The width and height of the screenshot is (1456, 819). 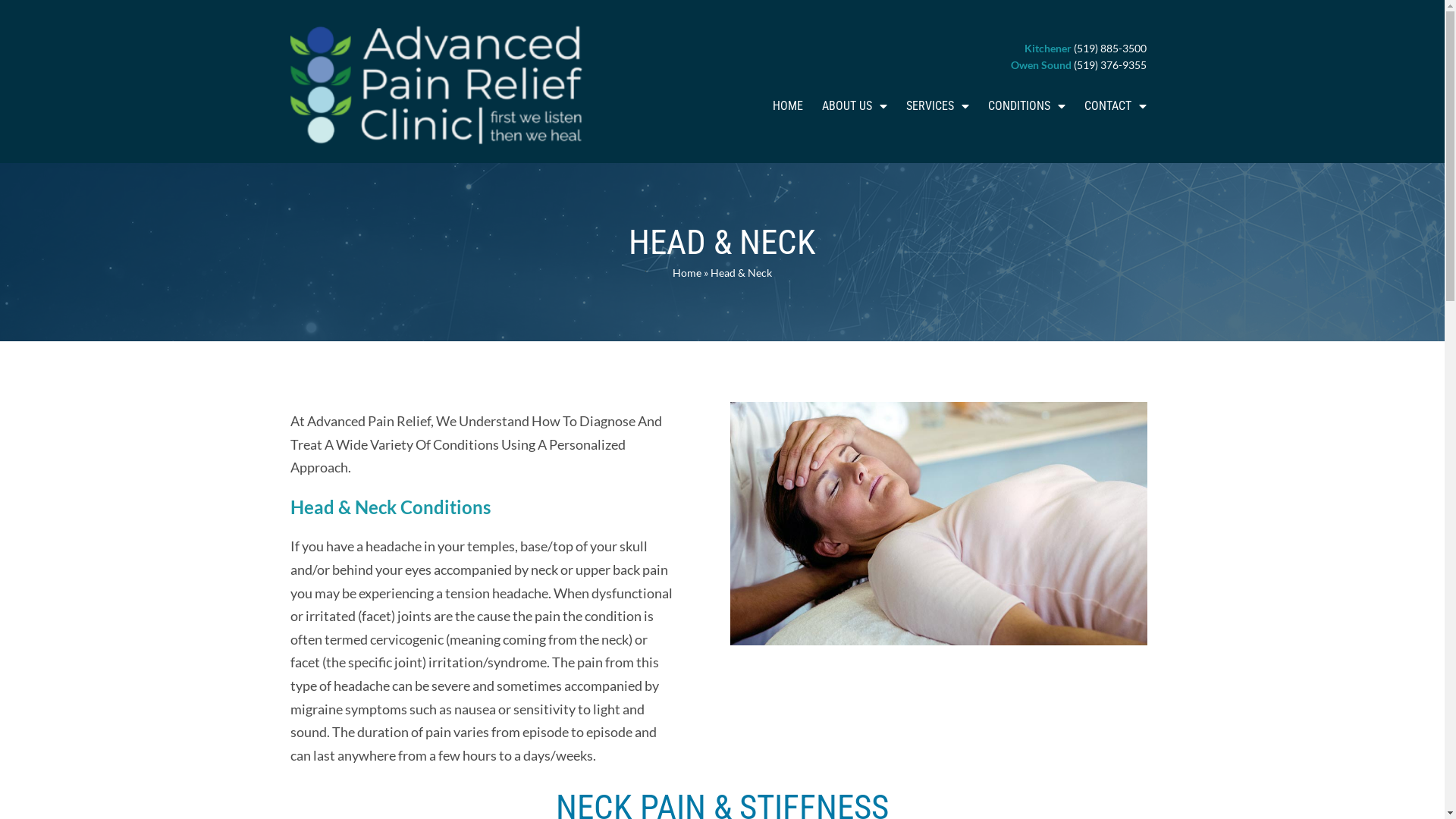 What do you see at coordinates (1115, 104) in the screenshot?
I see `'CONTACT'` at bounding box center [1115, 104].